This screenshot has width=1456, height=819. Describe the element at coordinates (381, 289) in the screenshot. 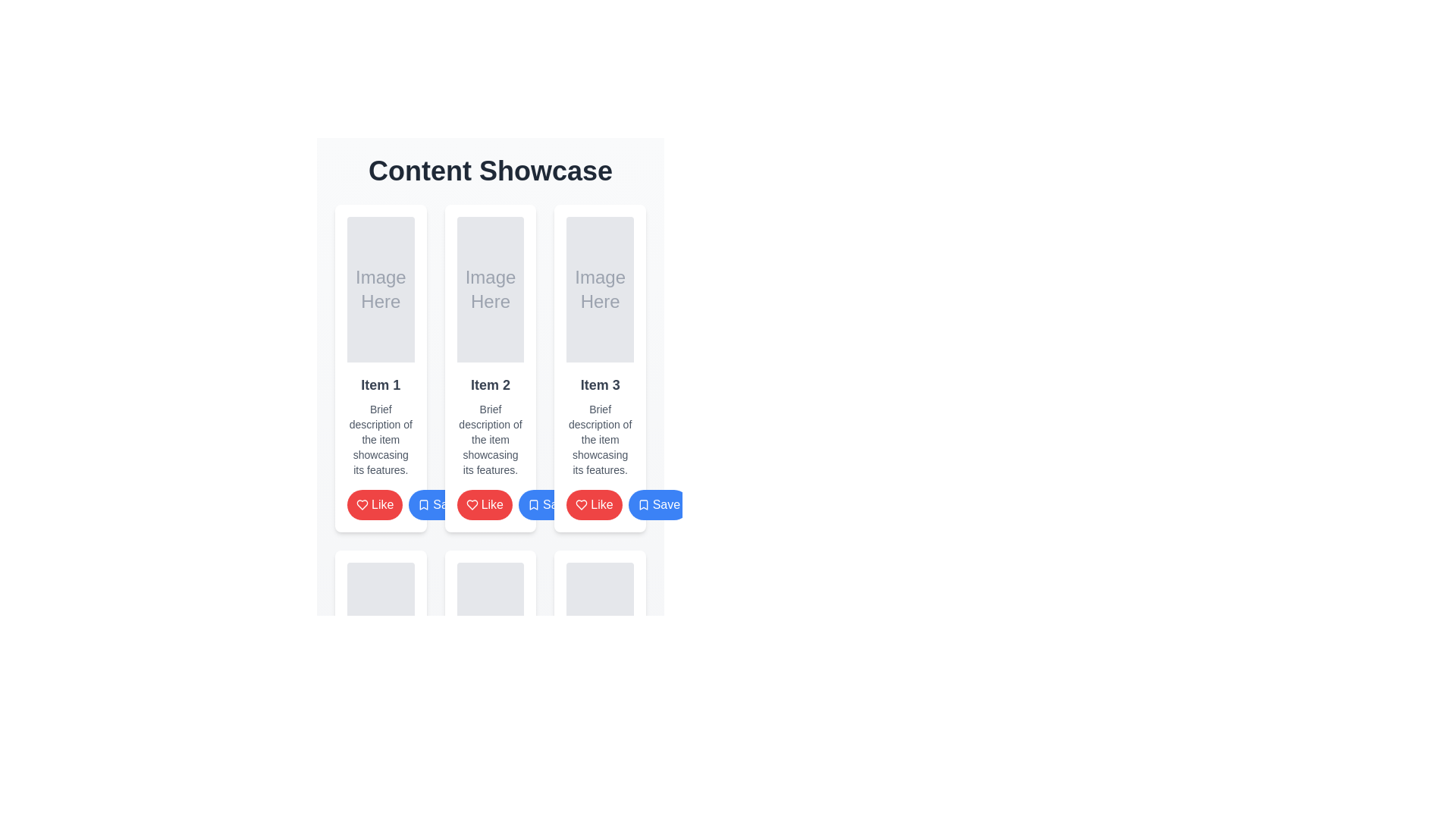

I see `the text label positioned at the top section of the first card, which indicates the intended visual content for the card, located directly above 'Item 1'` at that location.